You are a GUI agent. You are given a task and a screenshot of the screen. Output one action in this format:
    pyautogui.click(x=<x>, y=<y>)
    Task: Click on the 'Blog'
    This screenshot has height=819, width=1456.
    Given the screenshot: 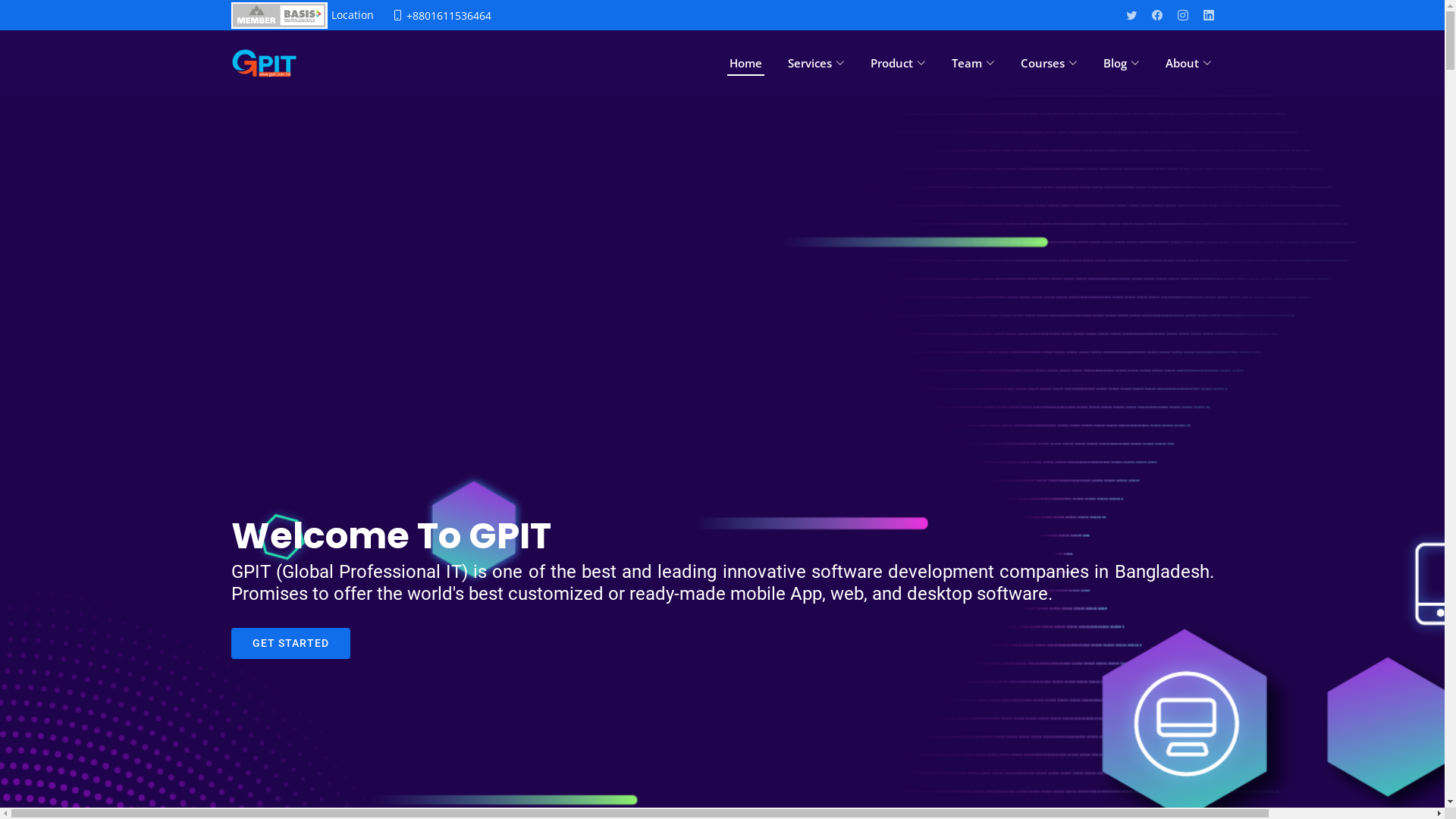 What is the action you would take?
    pyautogui.click(x=1121, y=62)
    